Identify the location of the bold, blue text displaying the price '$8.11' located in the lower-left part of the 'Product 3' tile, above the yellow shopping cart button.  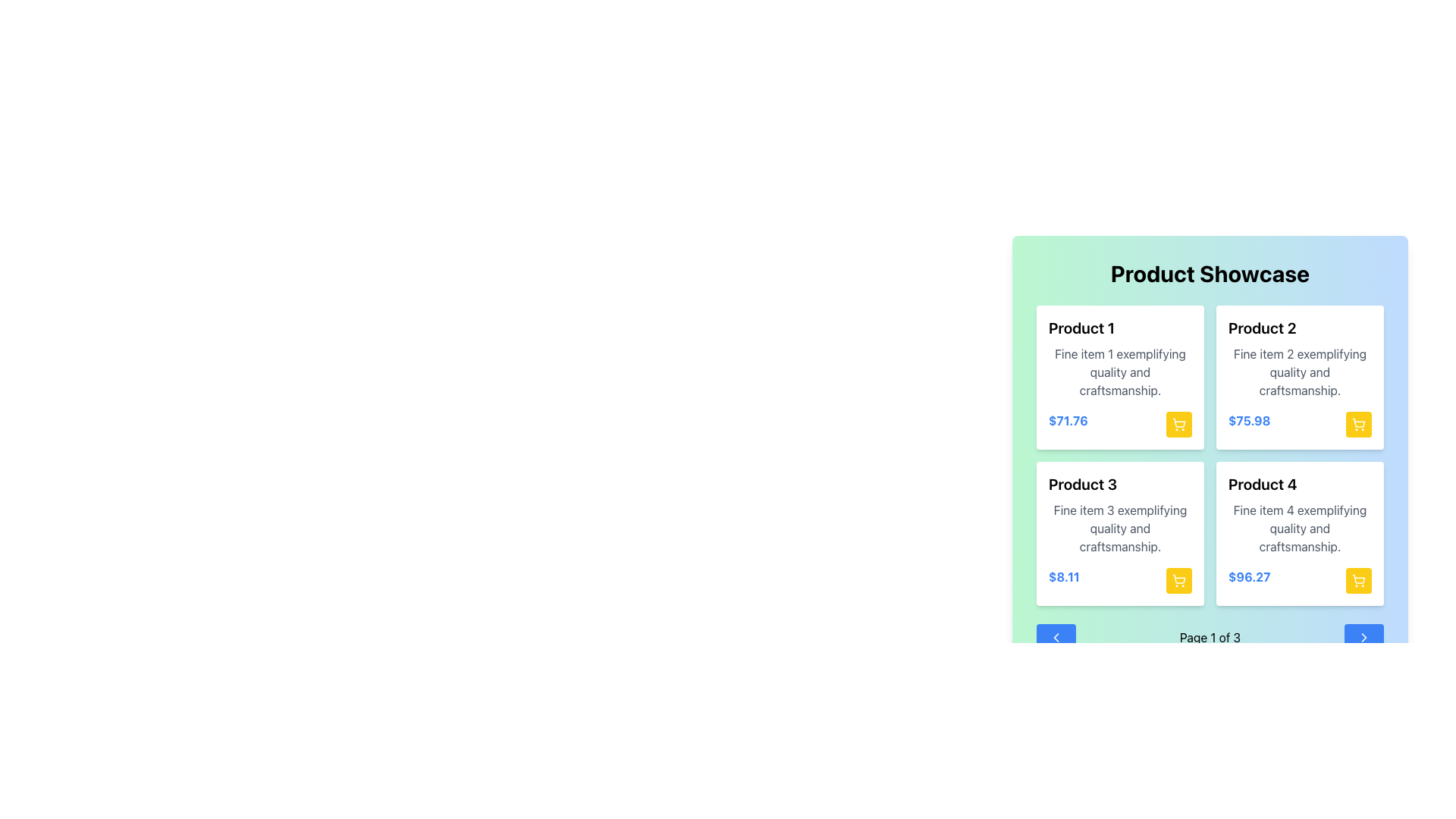
(1063, 580).